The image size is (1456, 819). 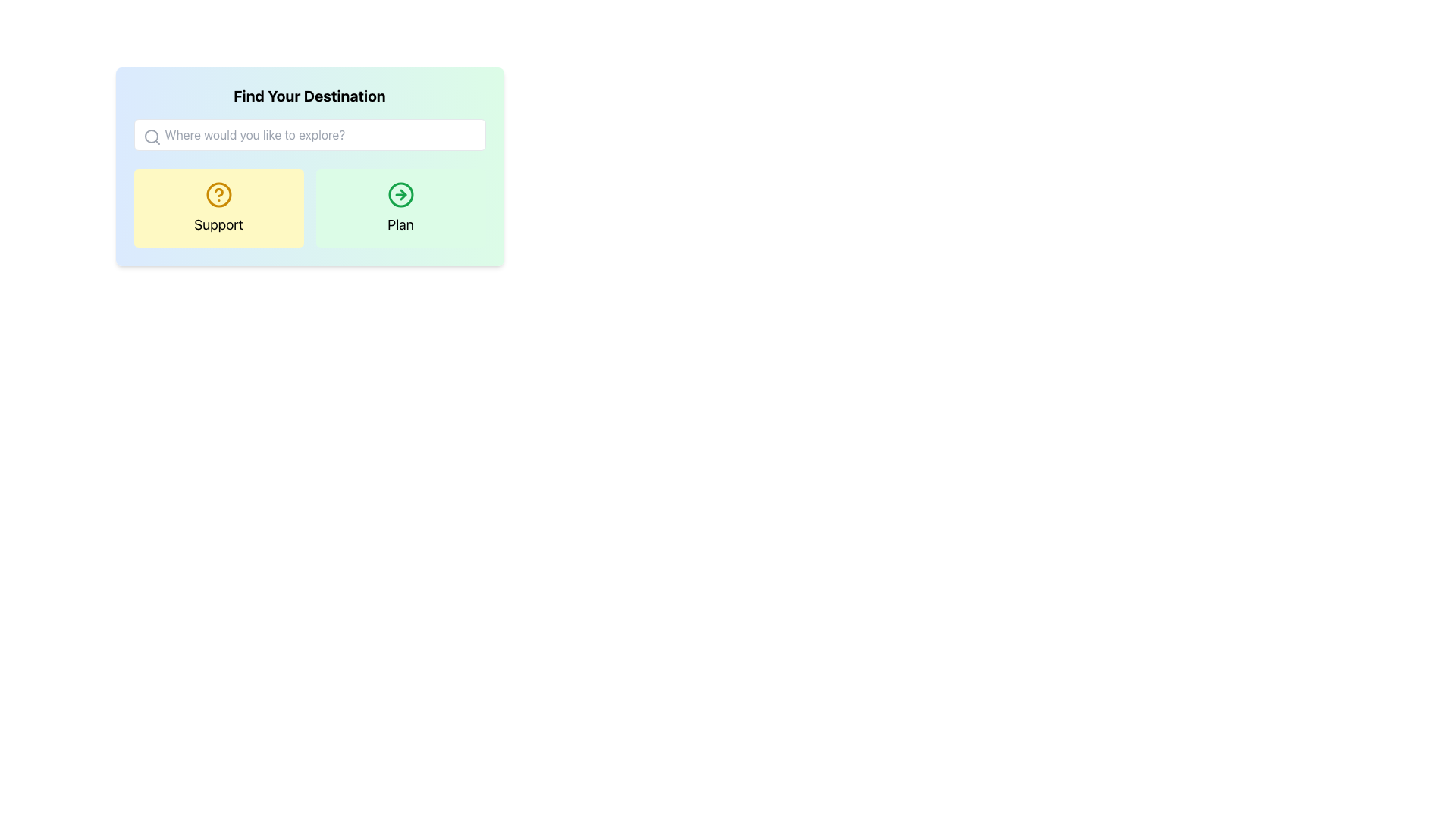 I want to click on the green circular arrow icon in the 'Plan' section, so click(x=400, y=194).